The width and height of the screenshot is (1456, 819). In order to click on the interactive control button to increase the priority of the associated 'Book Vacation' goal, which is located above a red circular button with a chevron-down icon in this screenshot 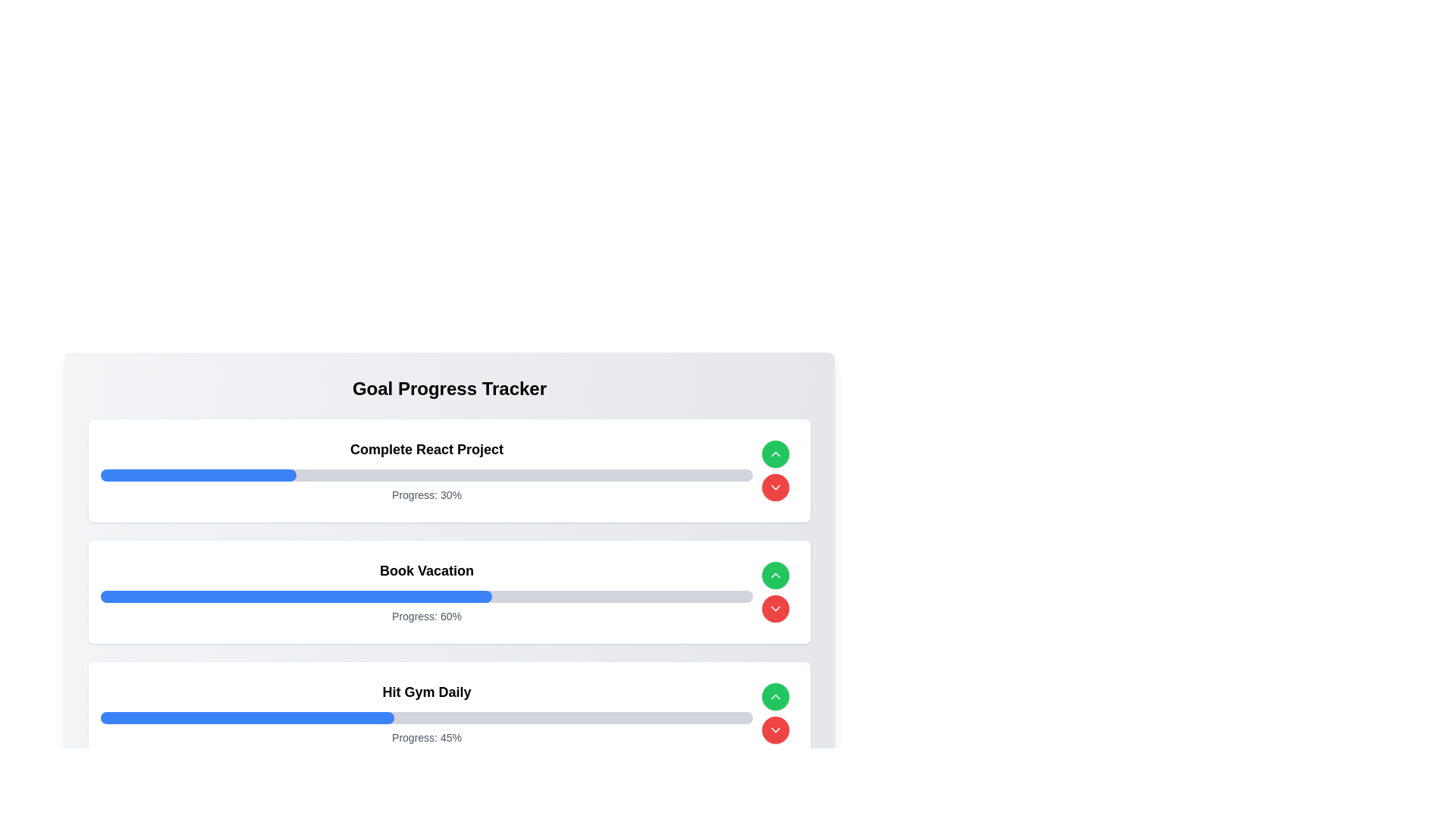, I will do `click(775, 576)`.